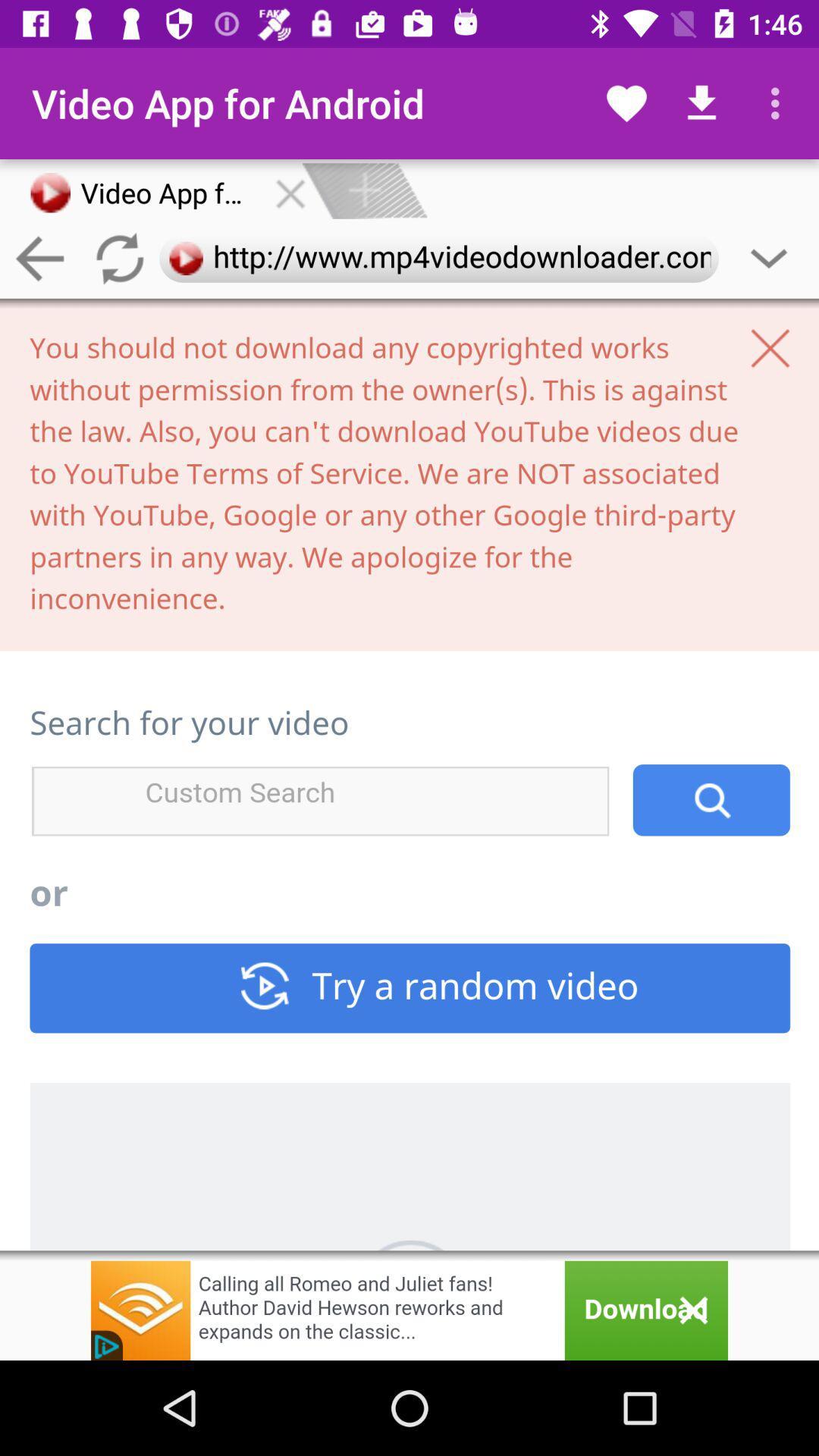 The height and width of the screenshot is (1456, 819). I want to click on the close icon, so click(290, 190).